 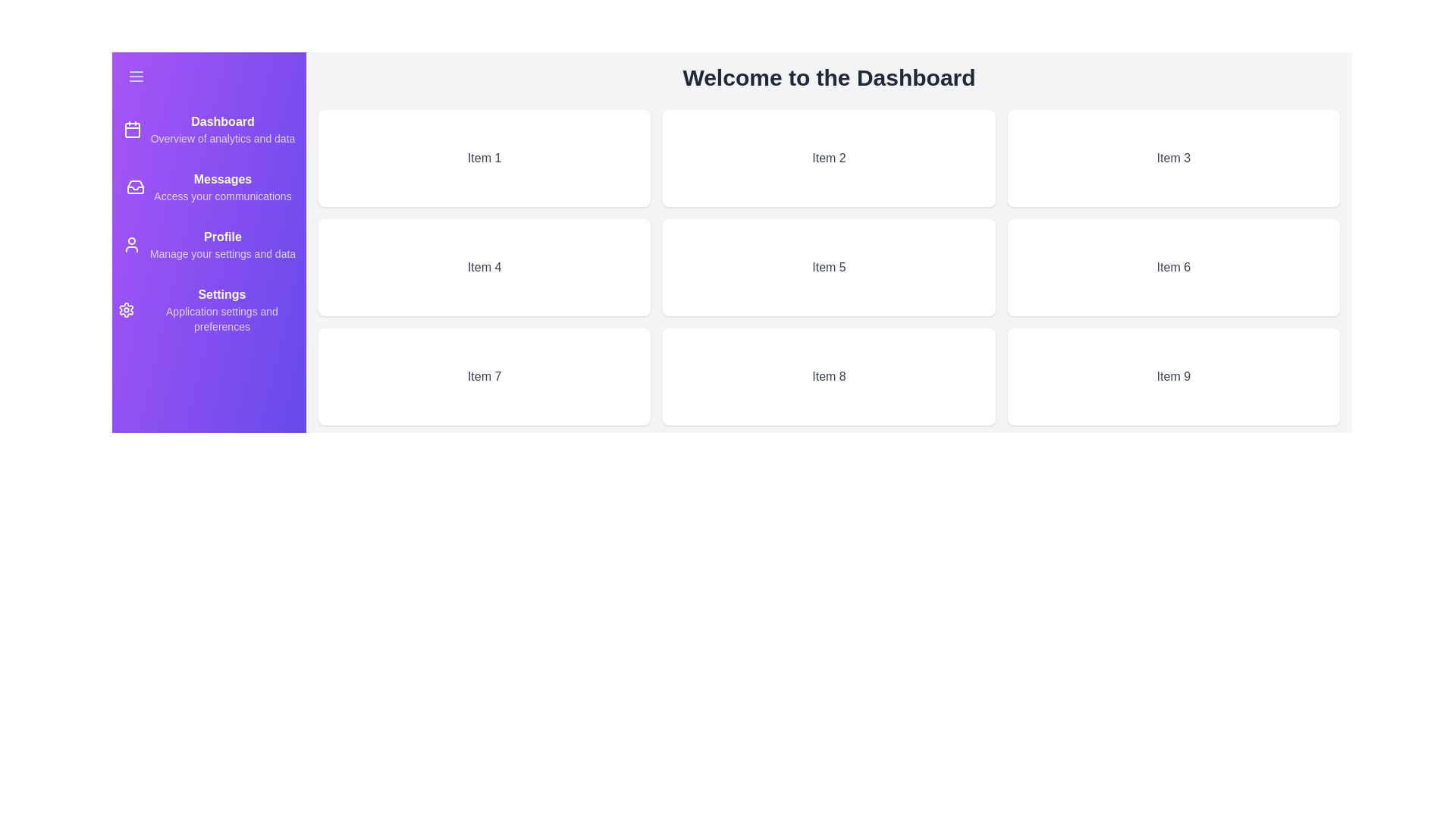 I want to click on the 'Profile' navigation item in the drawer, so click(x=208, y=244).